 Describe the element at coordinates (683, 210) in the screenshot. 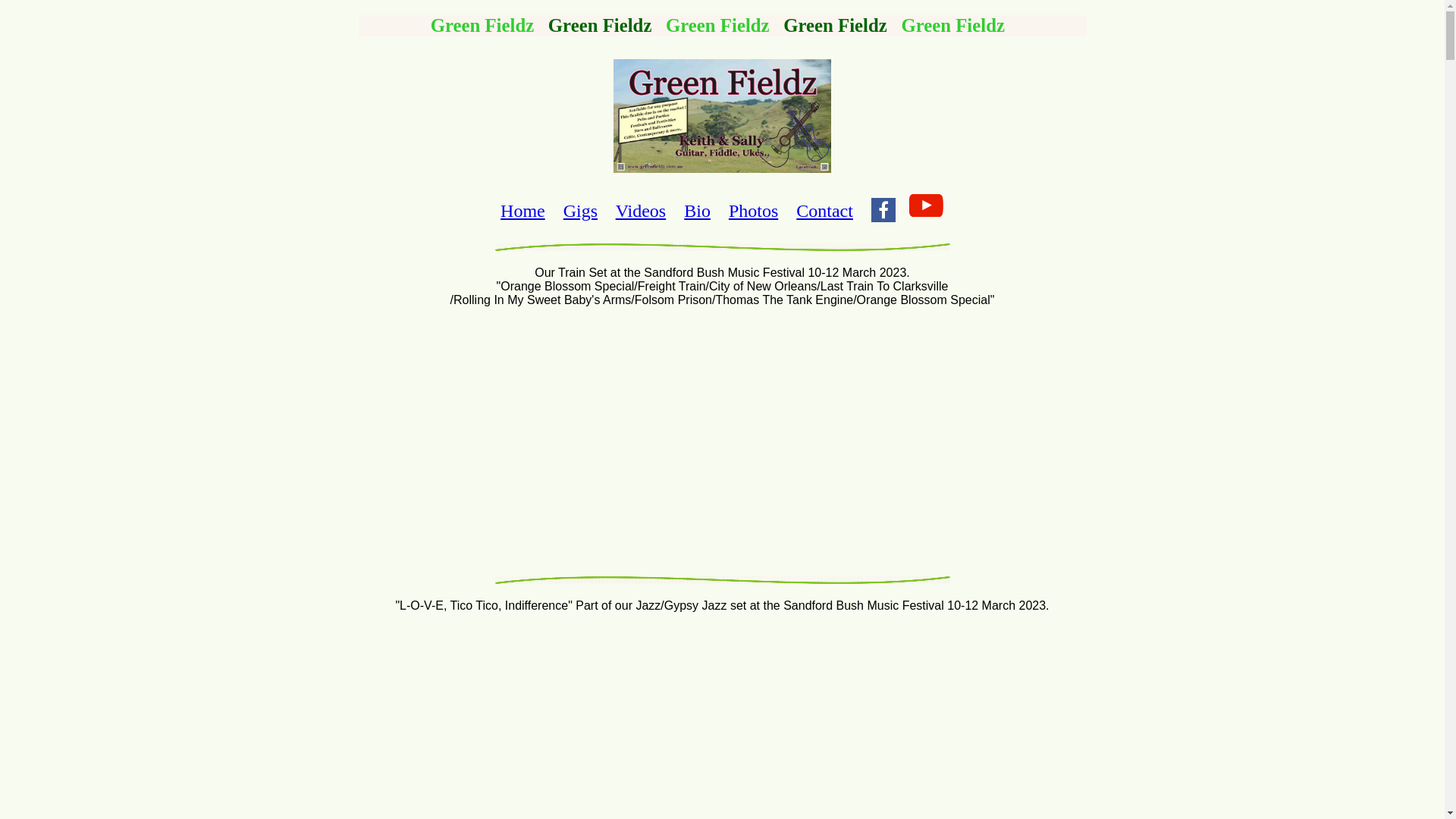

I see `'Bio'` at that location.